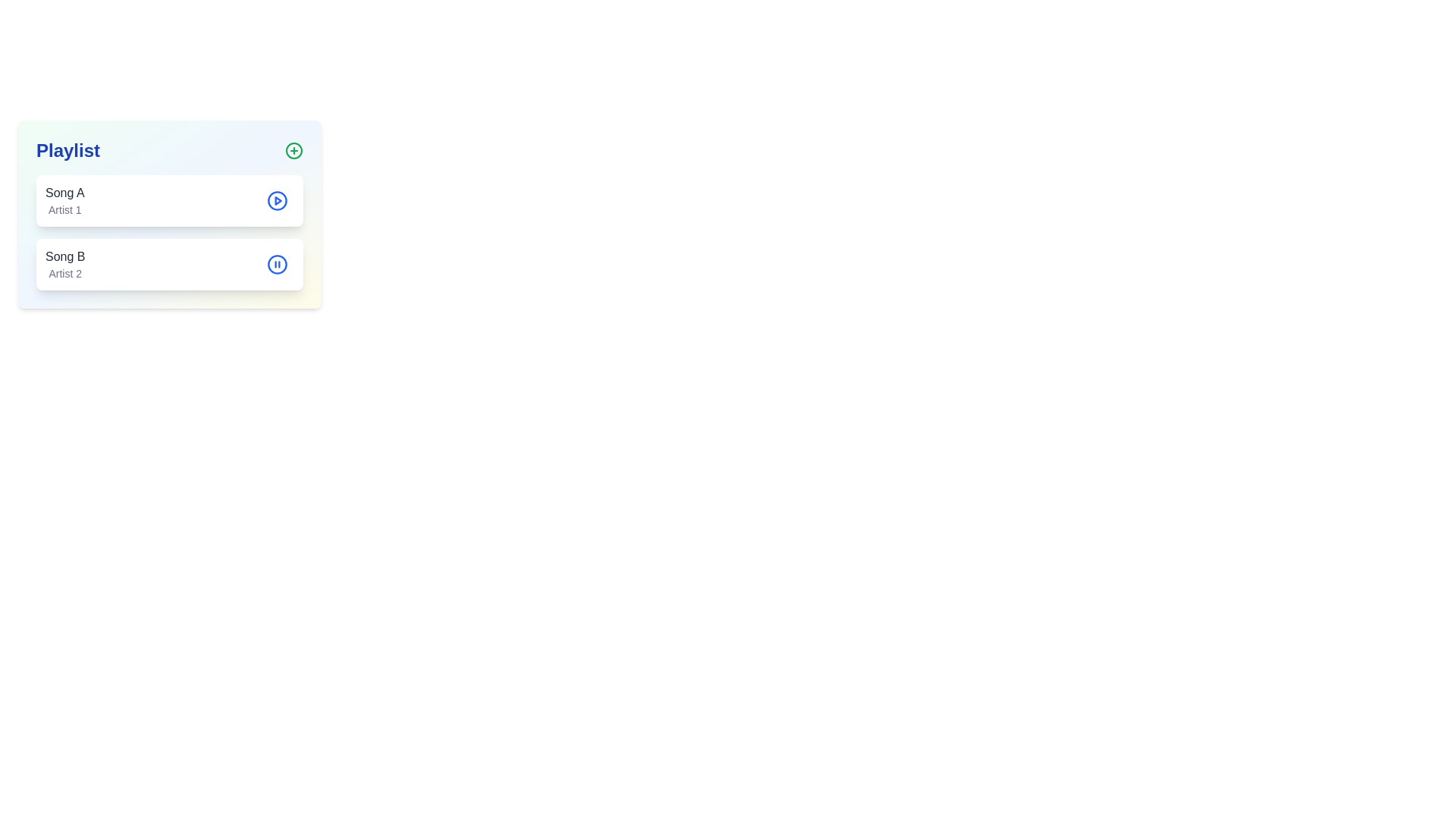 The height and width of the screenshot is (819, 1456). Describe the element at coordinates (64, 192) in the screenshot. I see `the text label displaying the song title 'Song A' in dark gray font, located at the top of the song entry block in the playlist interface` at that location.